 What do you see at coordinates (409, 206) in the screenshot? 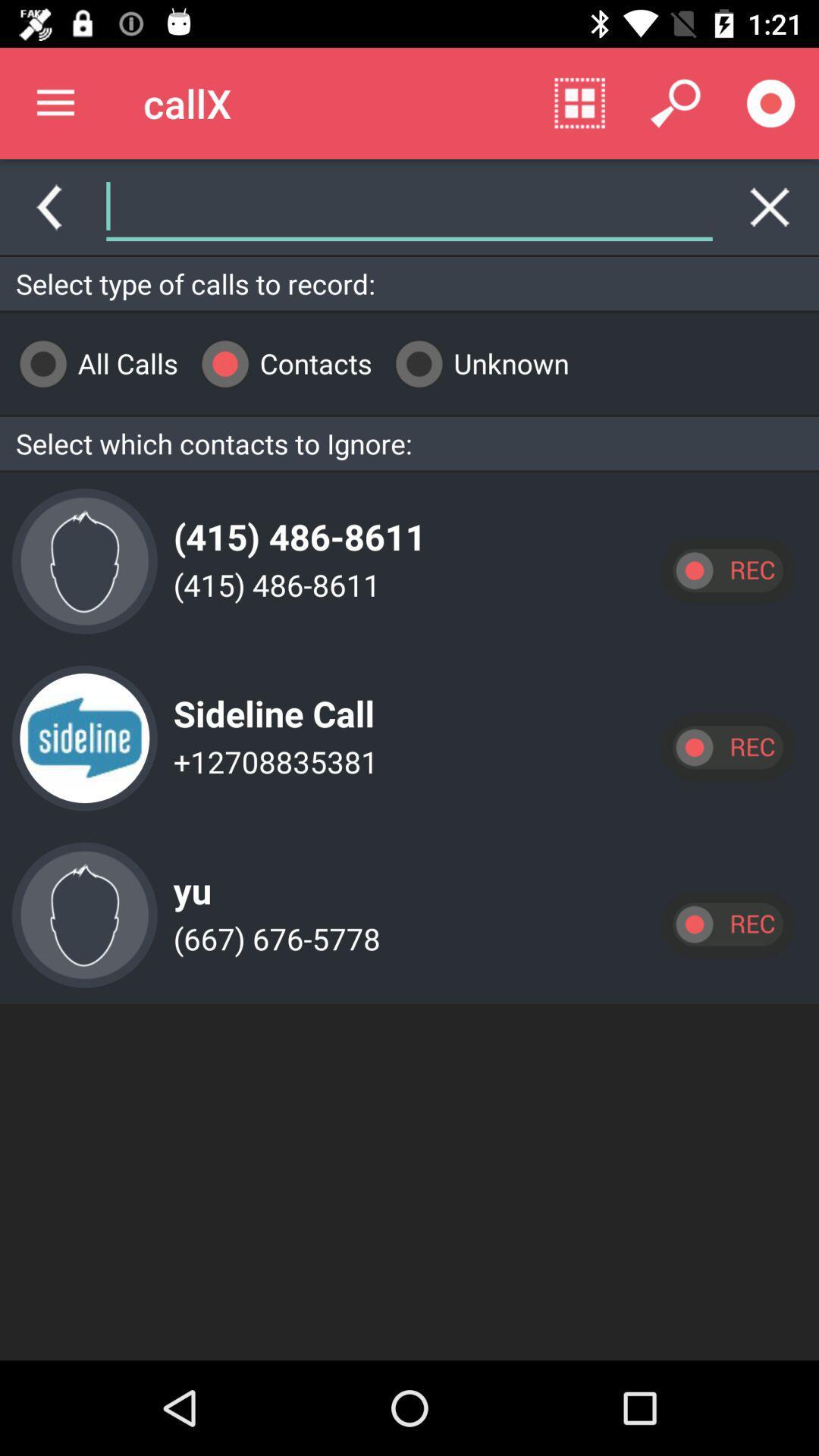
I see `search contacts` at bounding box center [409, 206].